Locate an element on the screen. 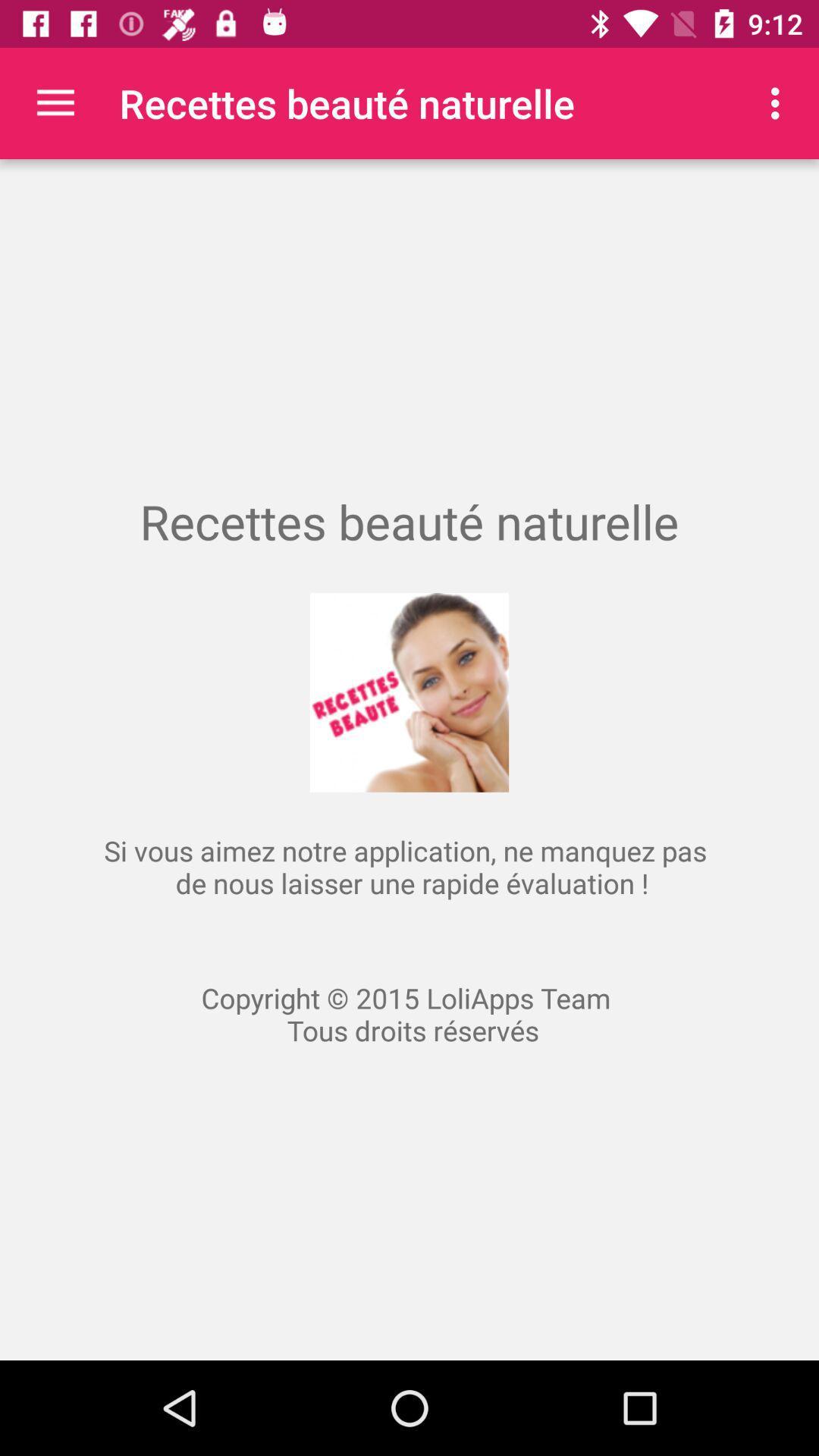  the icon above the copyright 2015 loliapps is located at coordinates (779, 102).